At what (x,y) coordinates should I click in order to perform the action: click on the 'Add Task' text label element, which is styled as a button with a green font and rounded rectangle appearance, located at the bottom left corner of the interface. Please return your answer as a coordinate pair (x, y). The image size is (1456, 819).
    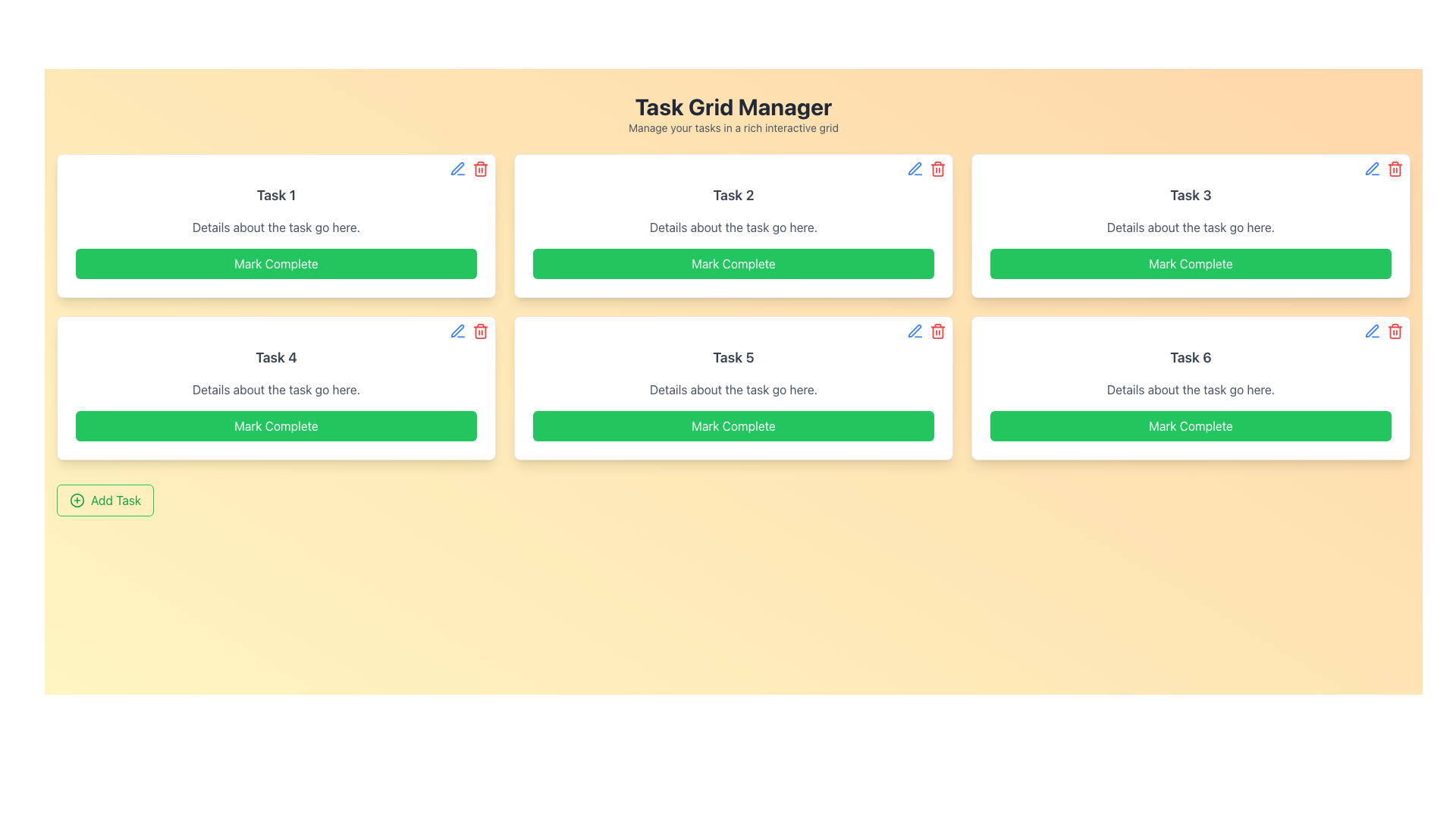
    Looking at the image, I should click on (115, 500).